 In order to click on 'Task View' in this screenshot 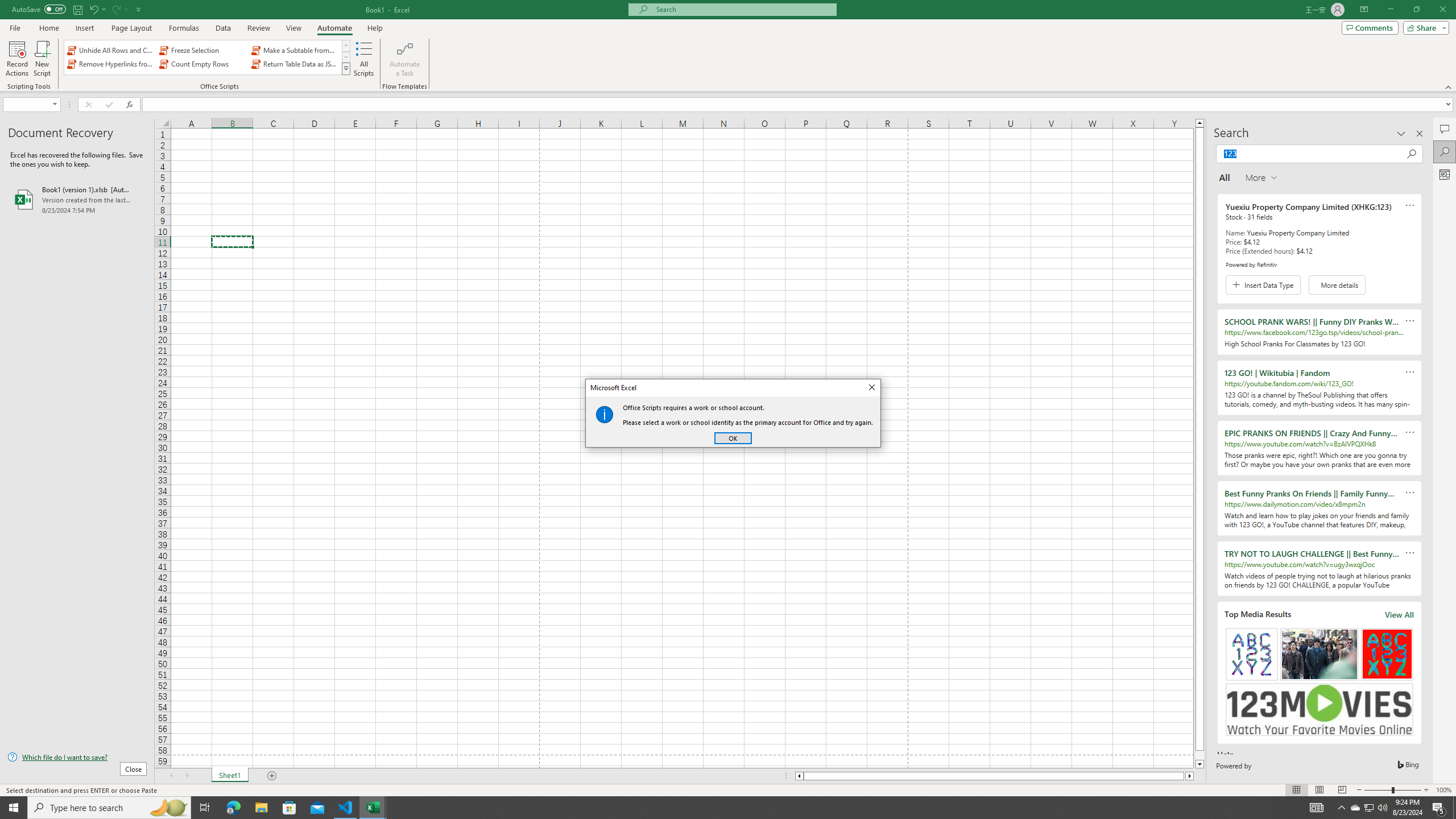, I will do `click(204, 806)`.